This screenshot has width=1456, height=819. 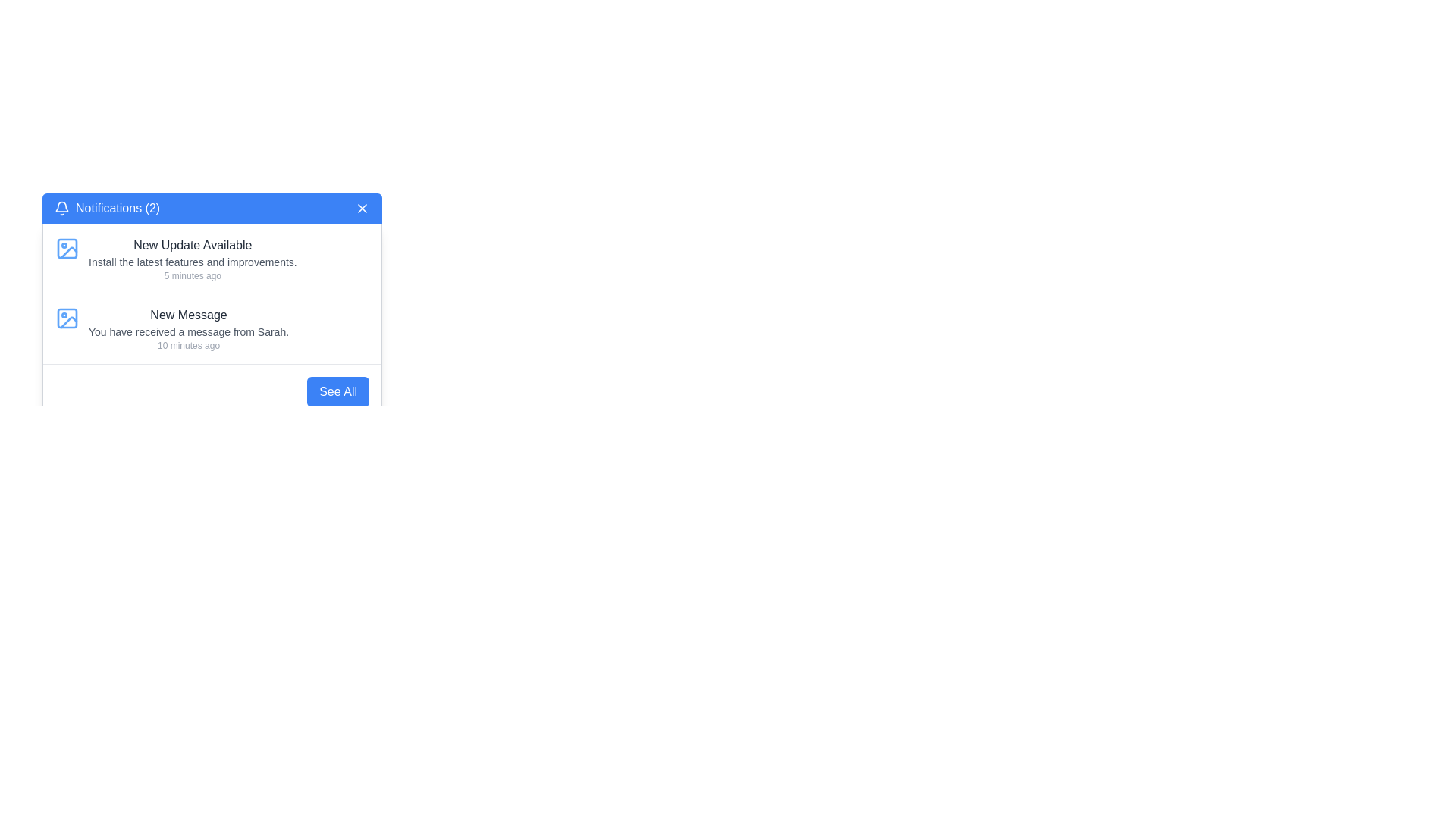 What do you see at coordinates (192, 259) in the screenshot?
I see `the first notification card component in the notifications panel that informs users about a new update, located above the 'New Message' notification` at bounding box center [192, 259].